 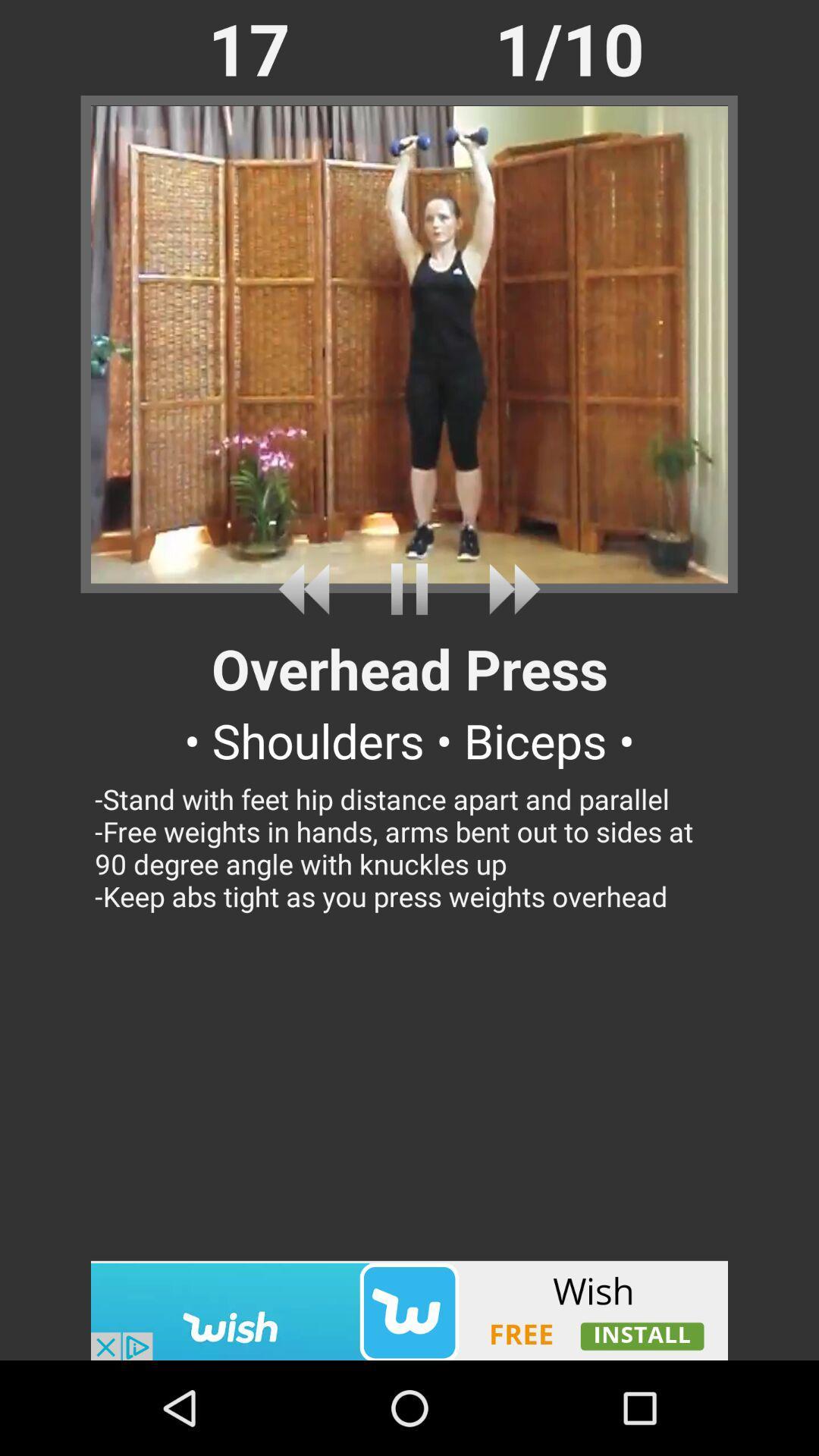 I want to click on rewind video, so click(x=309, y=588).